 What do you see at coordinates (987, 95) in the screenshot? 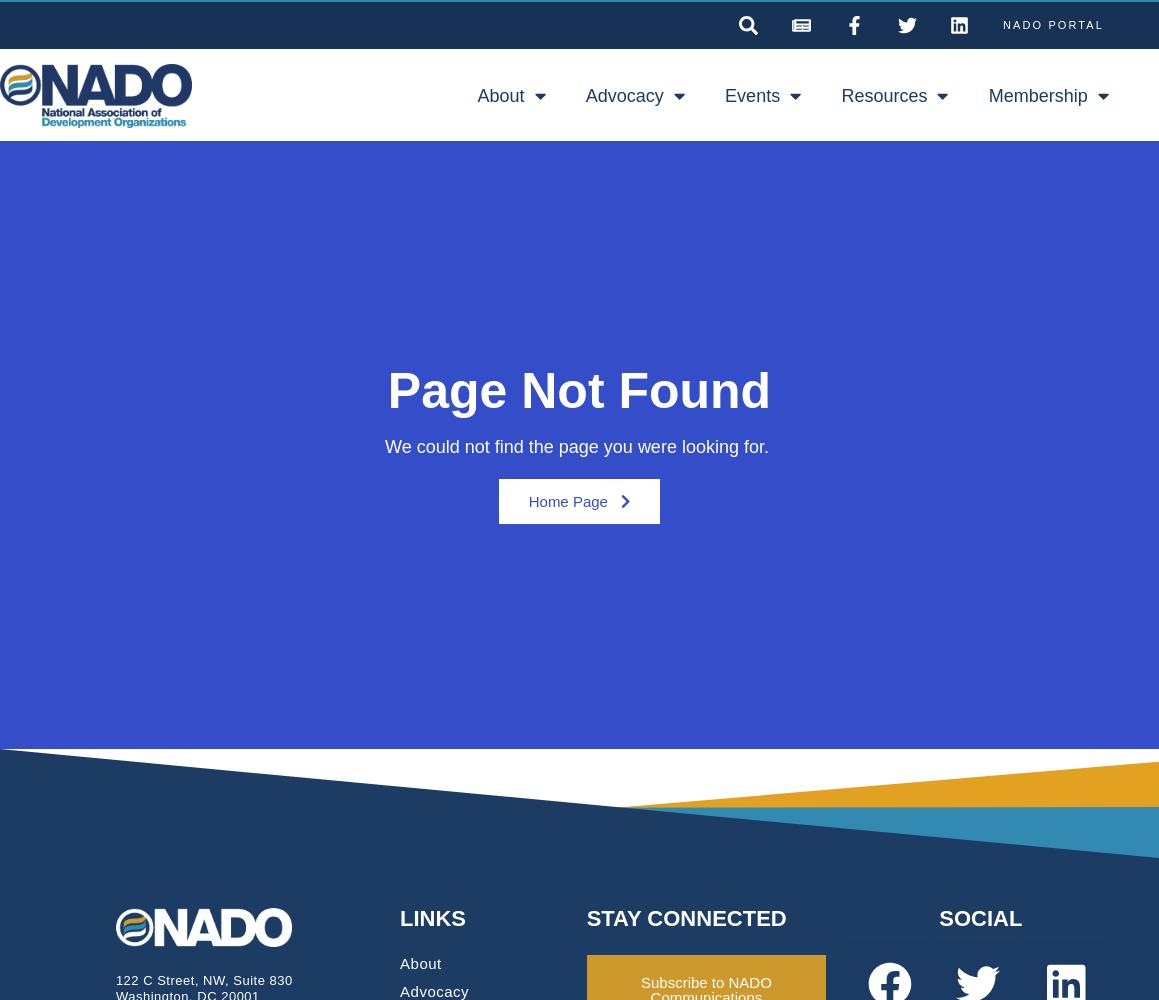
I see `'Membership'` at bounding box center [987, 95].